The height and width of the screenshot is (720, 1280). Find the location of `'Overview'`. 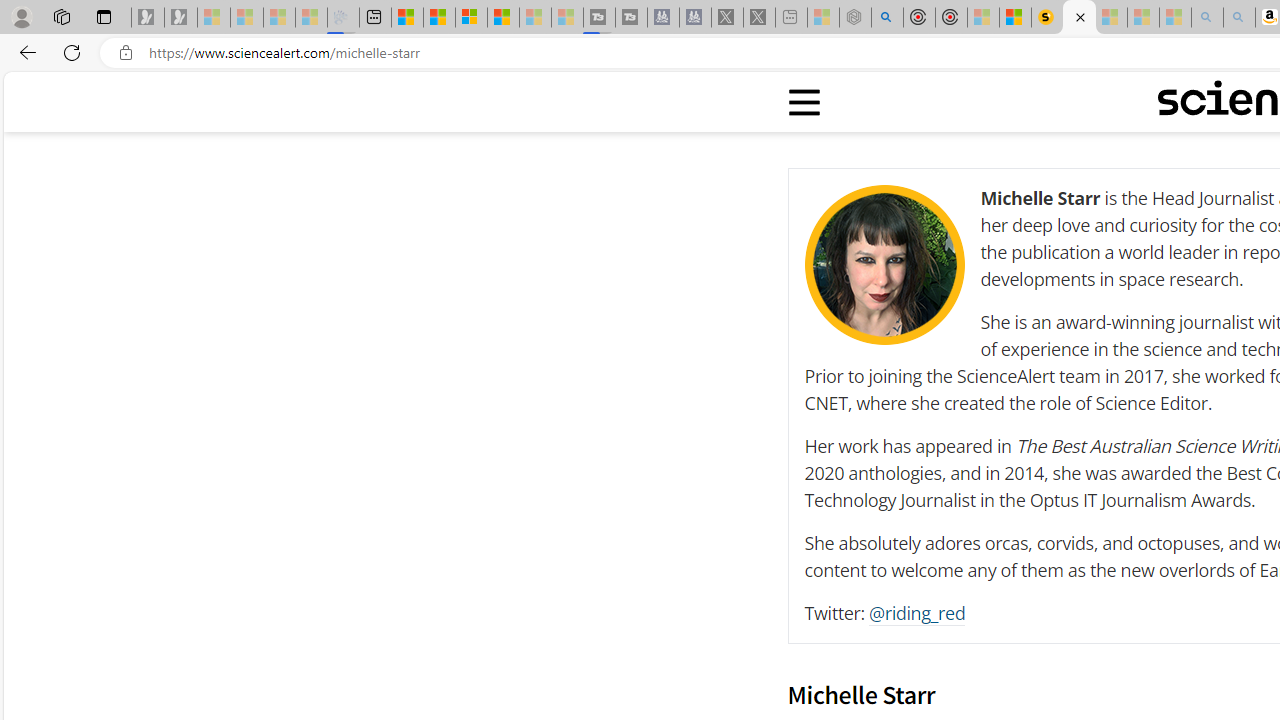

'Overview' is located at coordinates (470, 17).